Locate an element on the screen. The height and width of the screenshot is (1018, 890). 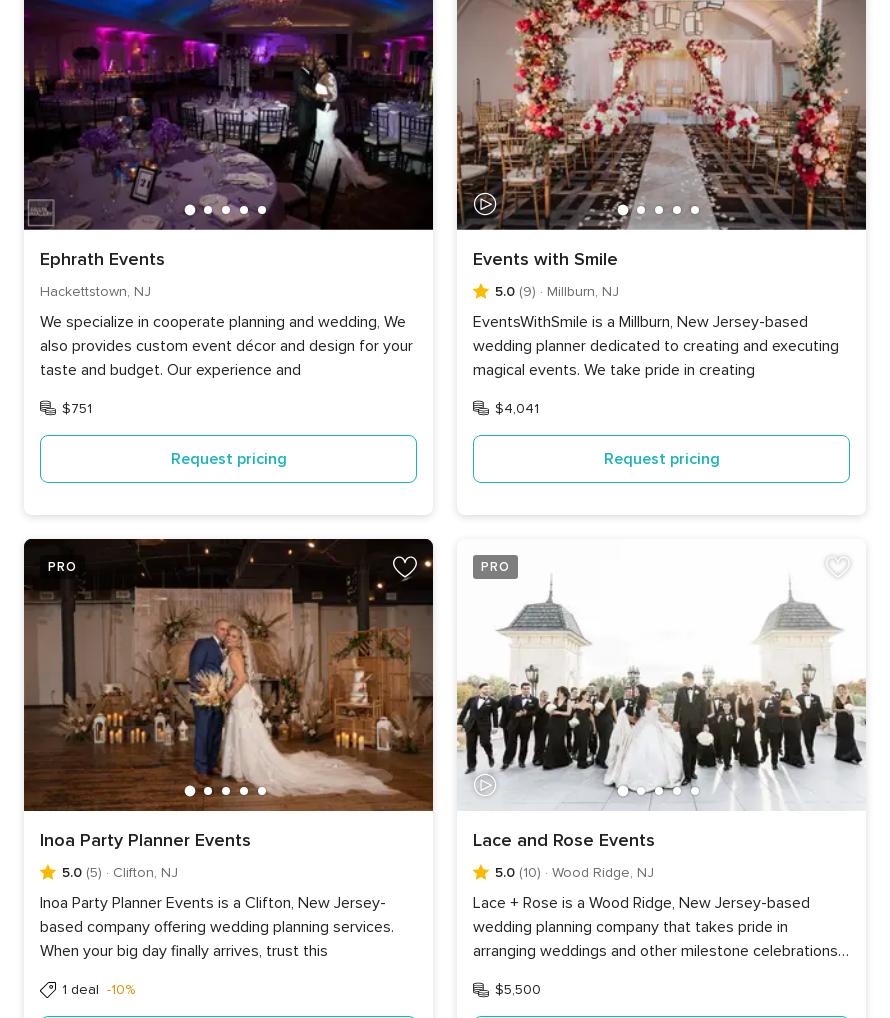
'Lace and Rose Events' is located at coordinates (562, 838).